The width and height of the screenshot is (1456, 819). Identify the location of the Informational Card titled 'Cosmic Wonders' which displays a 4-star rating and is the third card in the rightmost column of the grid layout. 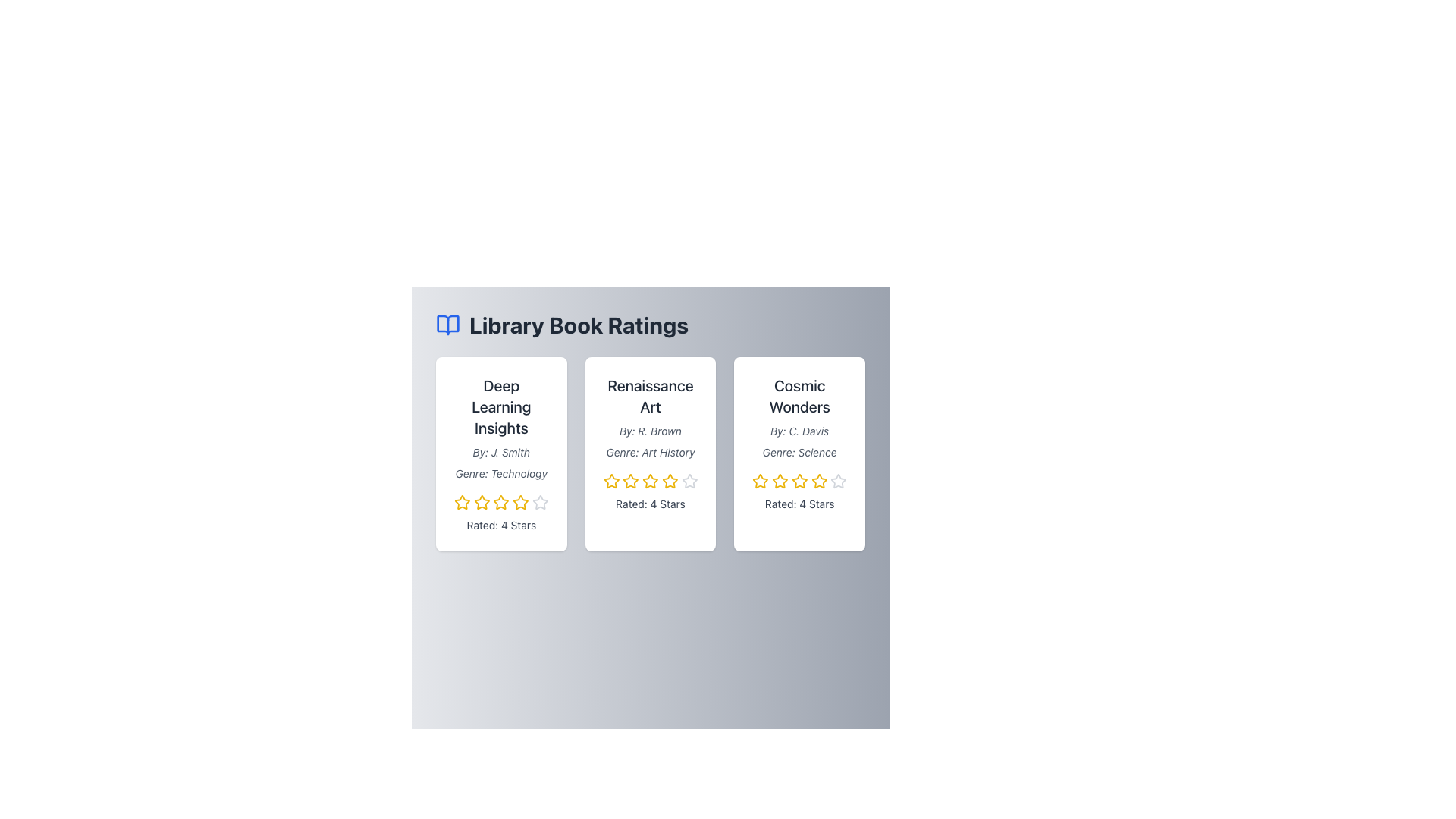
(799, 453).